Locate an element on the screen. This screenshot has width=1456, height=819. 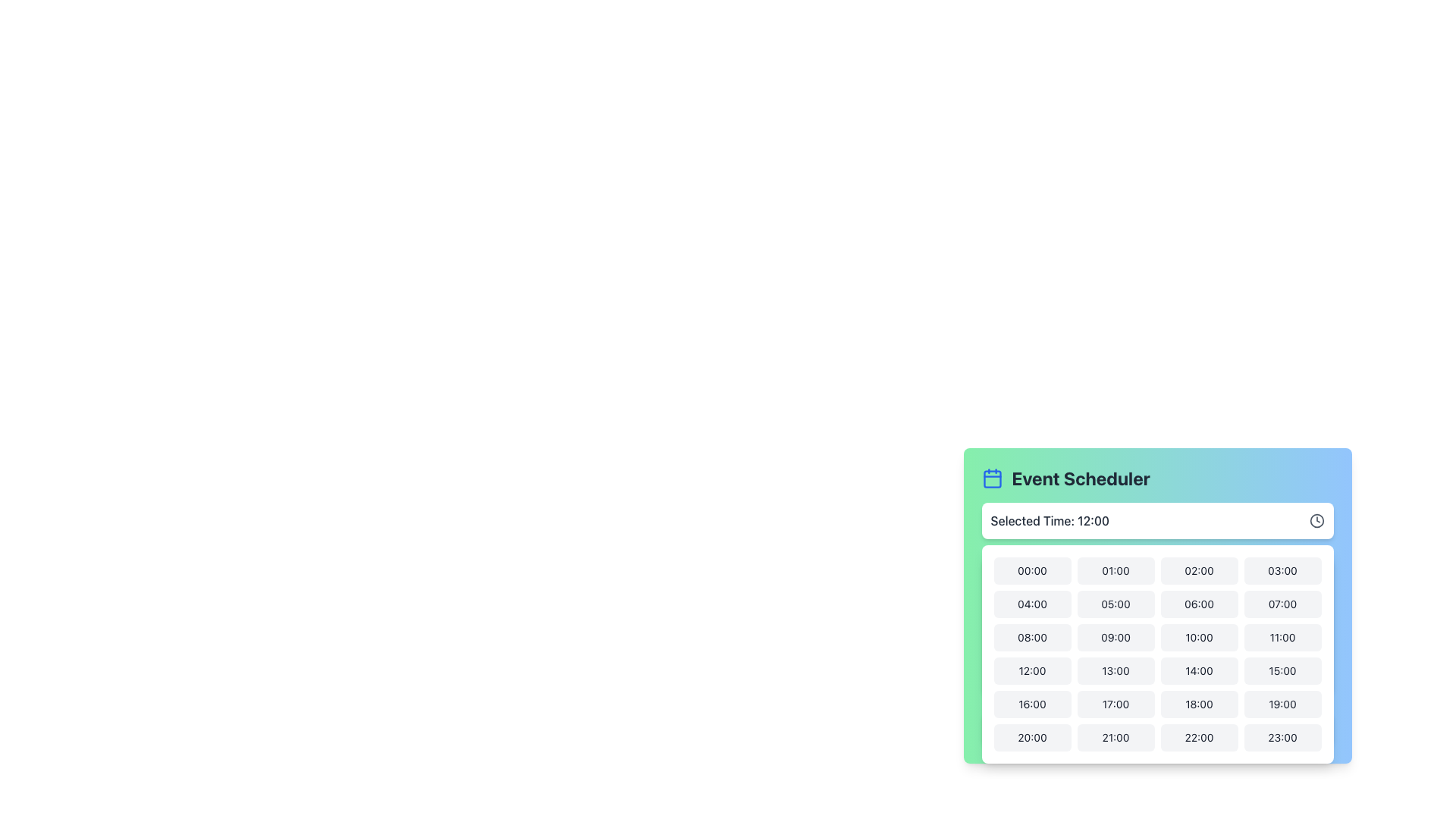
the button labeled '18:00' which is the third button in the fifth row of the Event Scheduler grid is located at coordinates (1198, 704).